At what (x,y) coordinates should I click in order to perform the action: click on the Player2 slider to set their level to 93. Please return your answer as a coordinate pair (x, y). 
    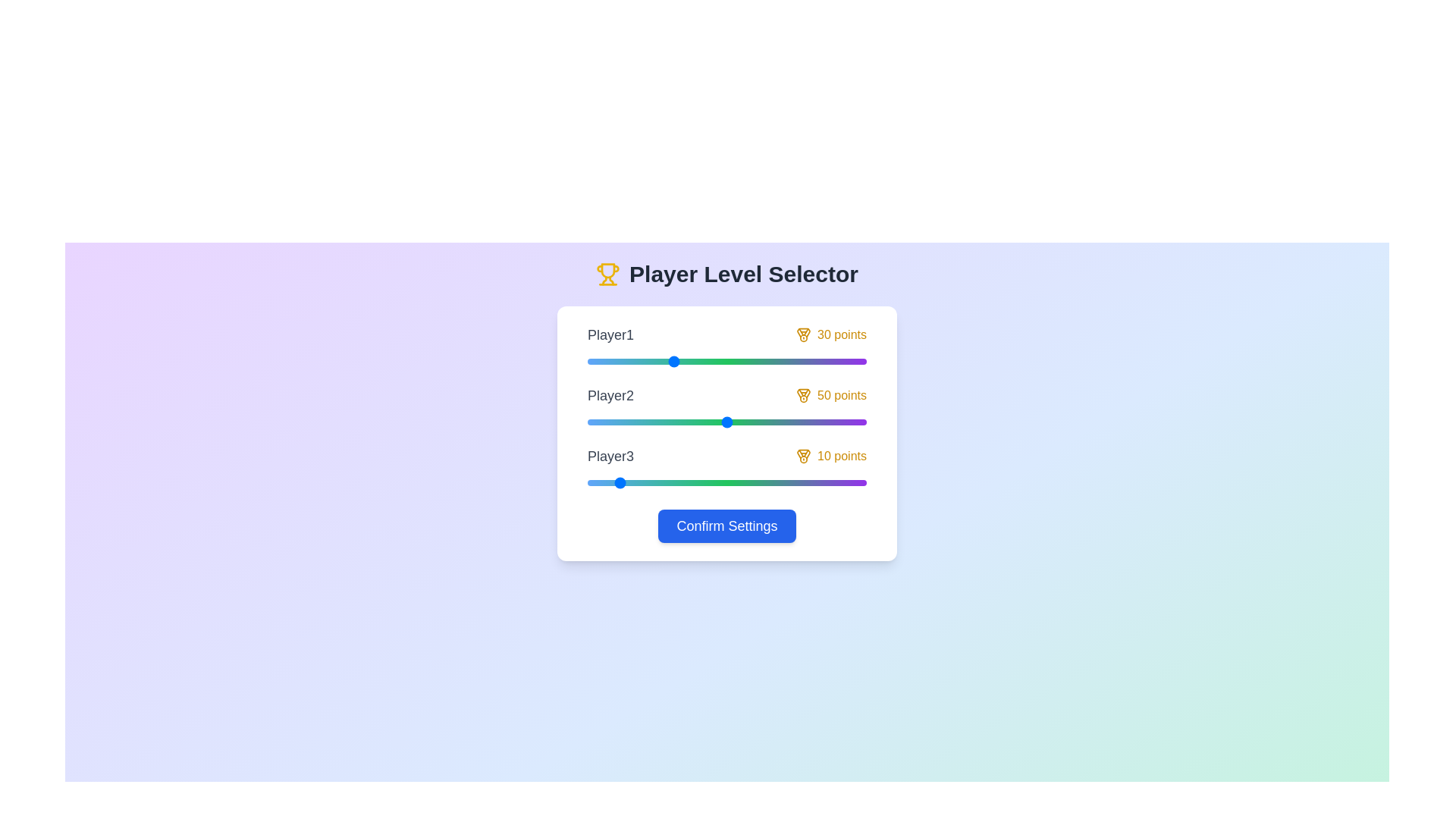
    Looking at the image, I should click on (846, 422).